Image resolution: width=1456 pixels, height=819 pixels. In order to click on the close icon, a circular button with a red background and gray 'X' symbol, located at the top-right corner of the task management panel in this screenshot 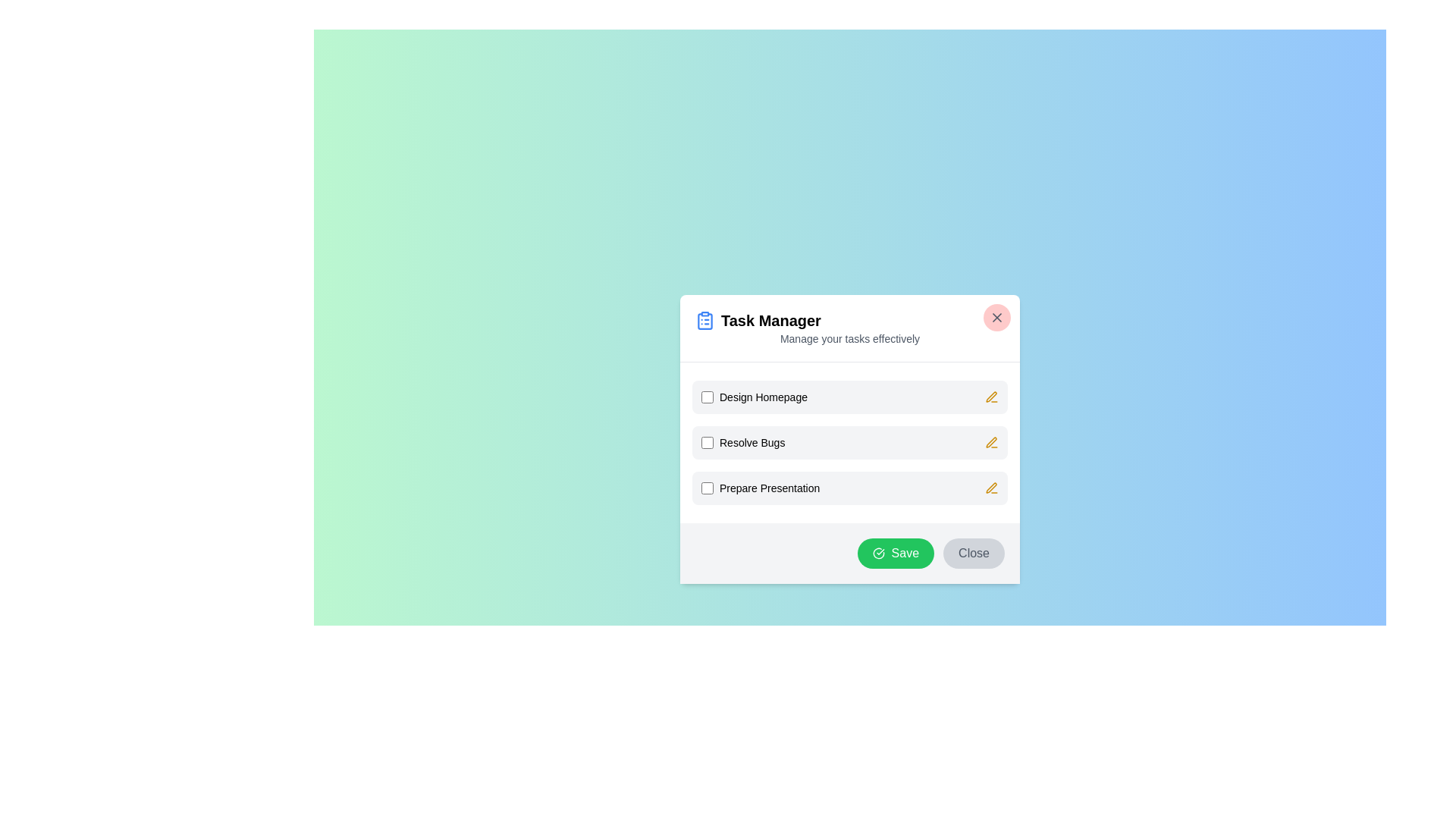, I will do `click(997, 315)`.